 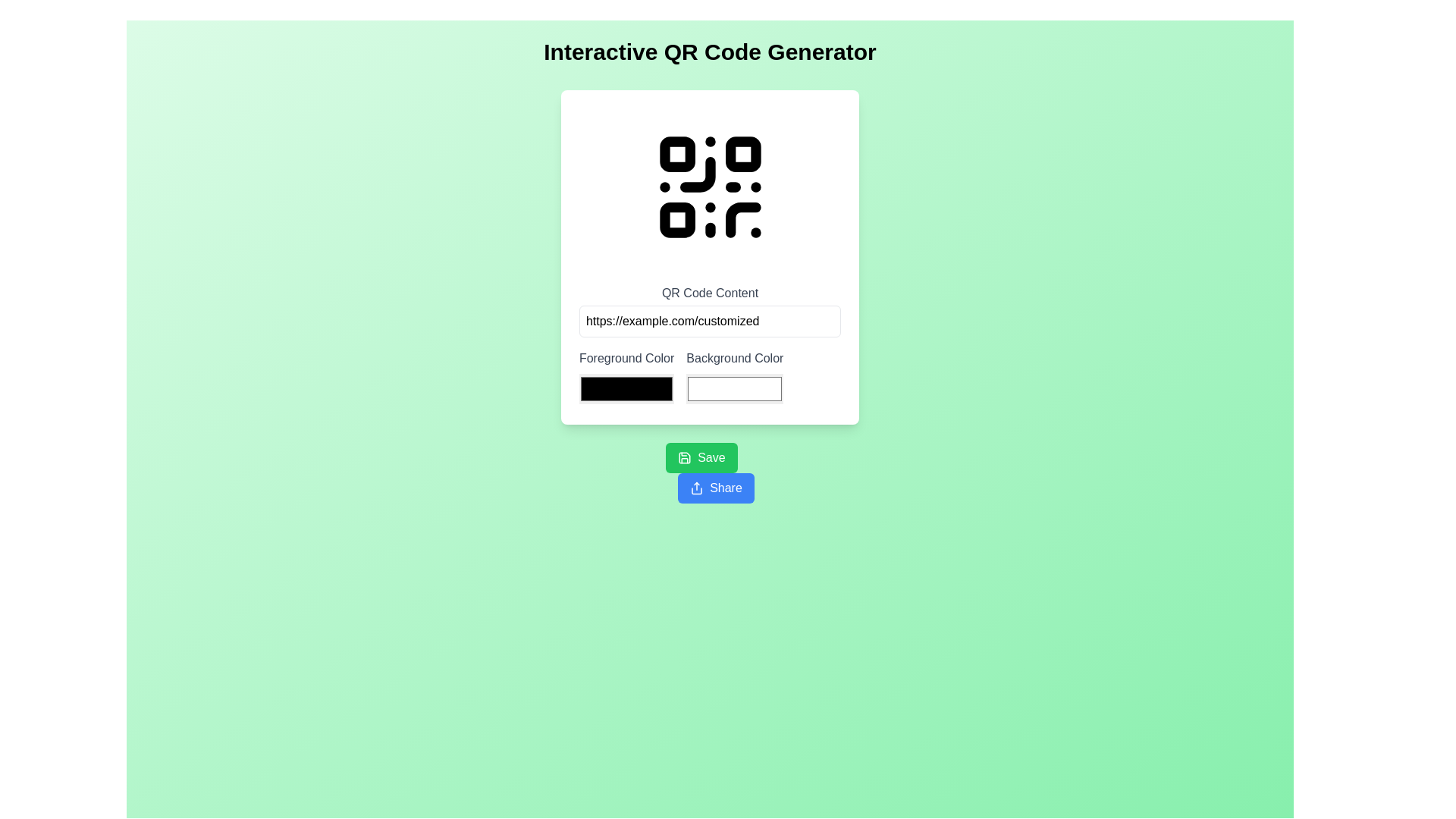 What do you see at coordinates (684, 457) in the screenshot?
I see `the green circular icon resembling a floppy disk, which symbolizes the 'Save' function, located to the left of the text 'Save' within the green button` at bounding box center [684, 457].